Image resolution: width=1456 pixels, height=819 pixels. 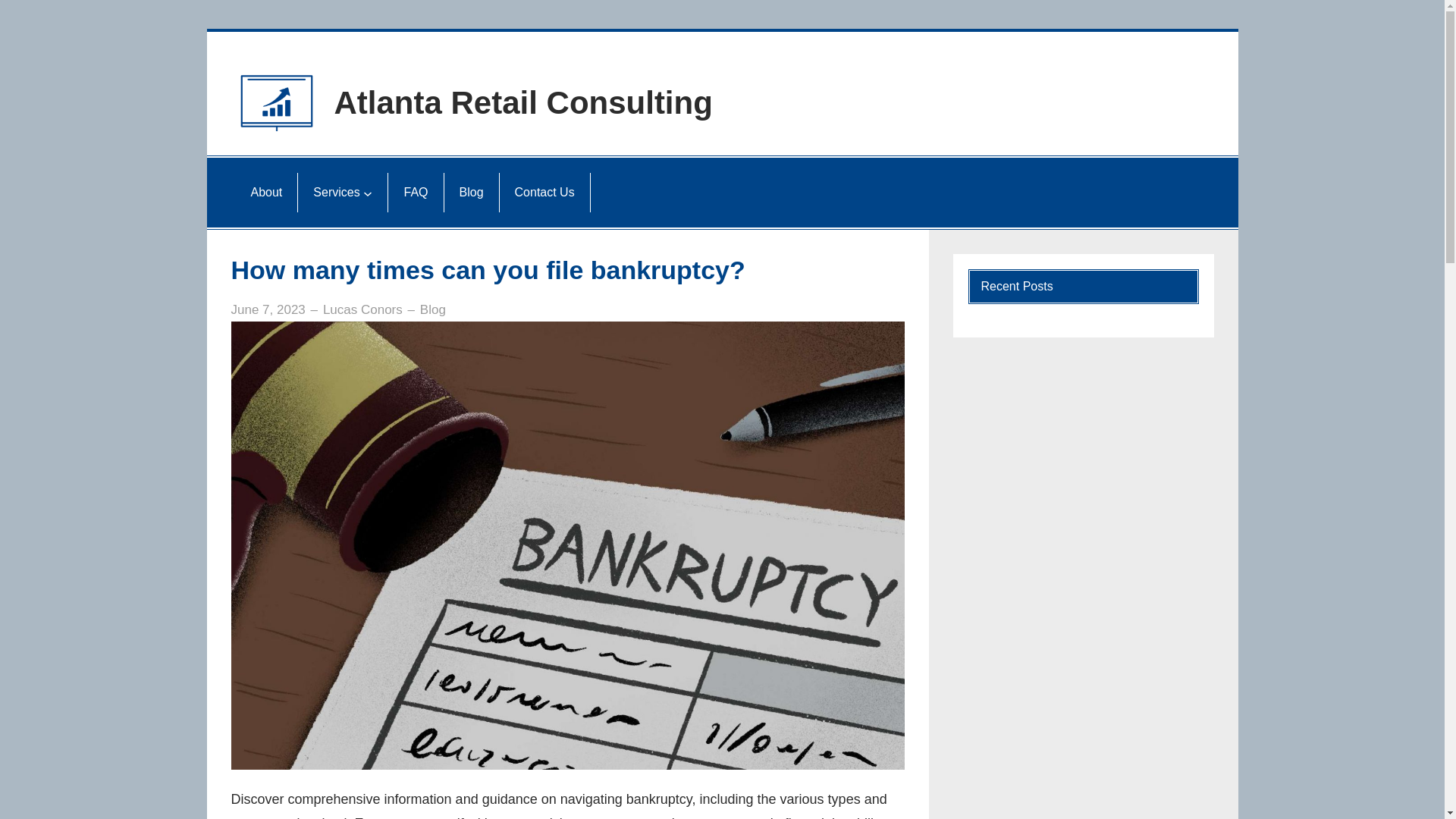 What do you see at coordinates (419, 309) in the screenshot?
I see `'Blog'` at bounding box center [419, 309].